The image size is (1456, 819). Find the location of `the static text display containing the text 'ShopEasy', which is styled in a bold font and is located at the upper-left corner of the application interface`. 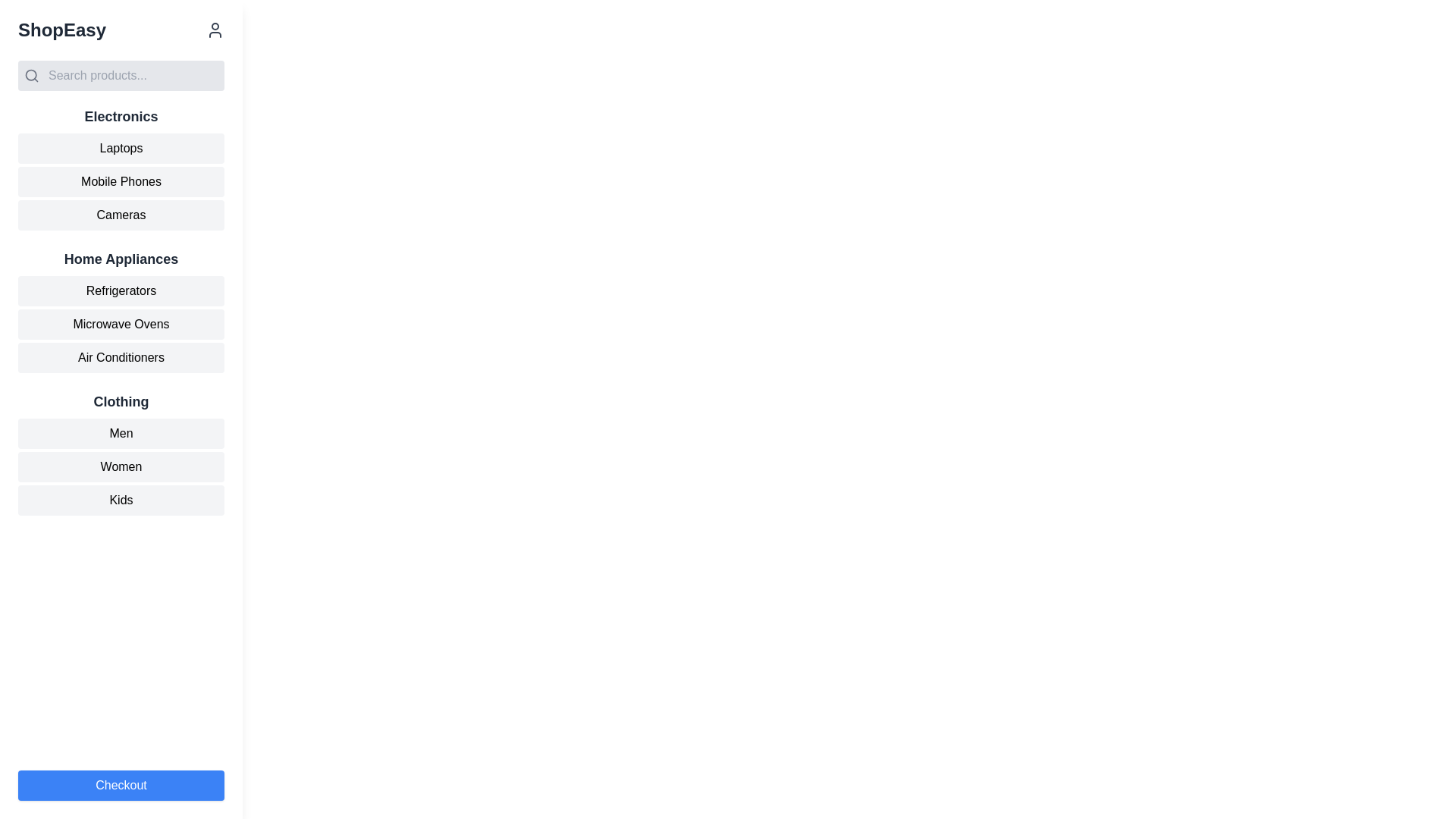

the static text display containing the text 'ShopEasy', which is styled in a bold font and is located at the upper-left corner of the application interface is located at coordinates (61, 30).